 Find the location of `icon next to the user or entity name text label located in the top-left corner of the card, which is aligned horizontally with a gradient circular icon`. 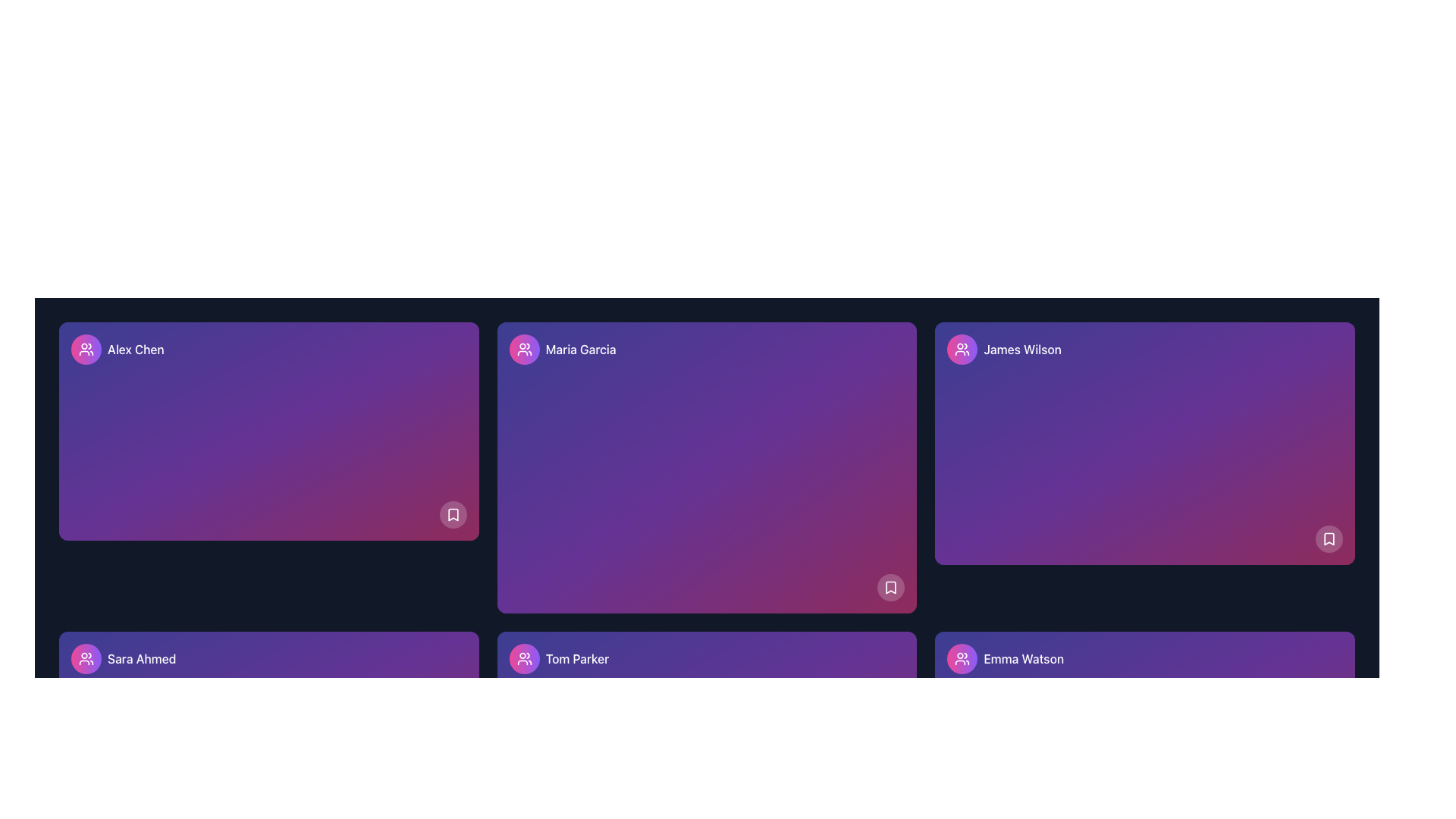

icon next to the user or entity name text label located in the top-left corner of the card, which is aligned horizontally with a gradient circular icon is located at coordinates (562, 350).